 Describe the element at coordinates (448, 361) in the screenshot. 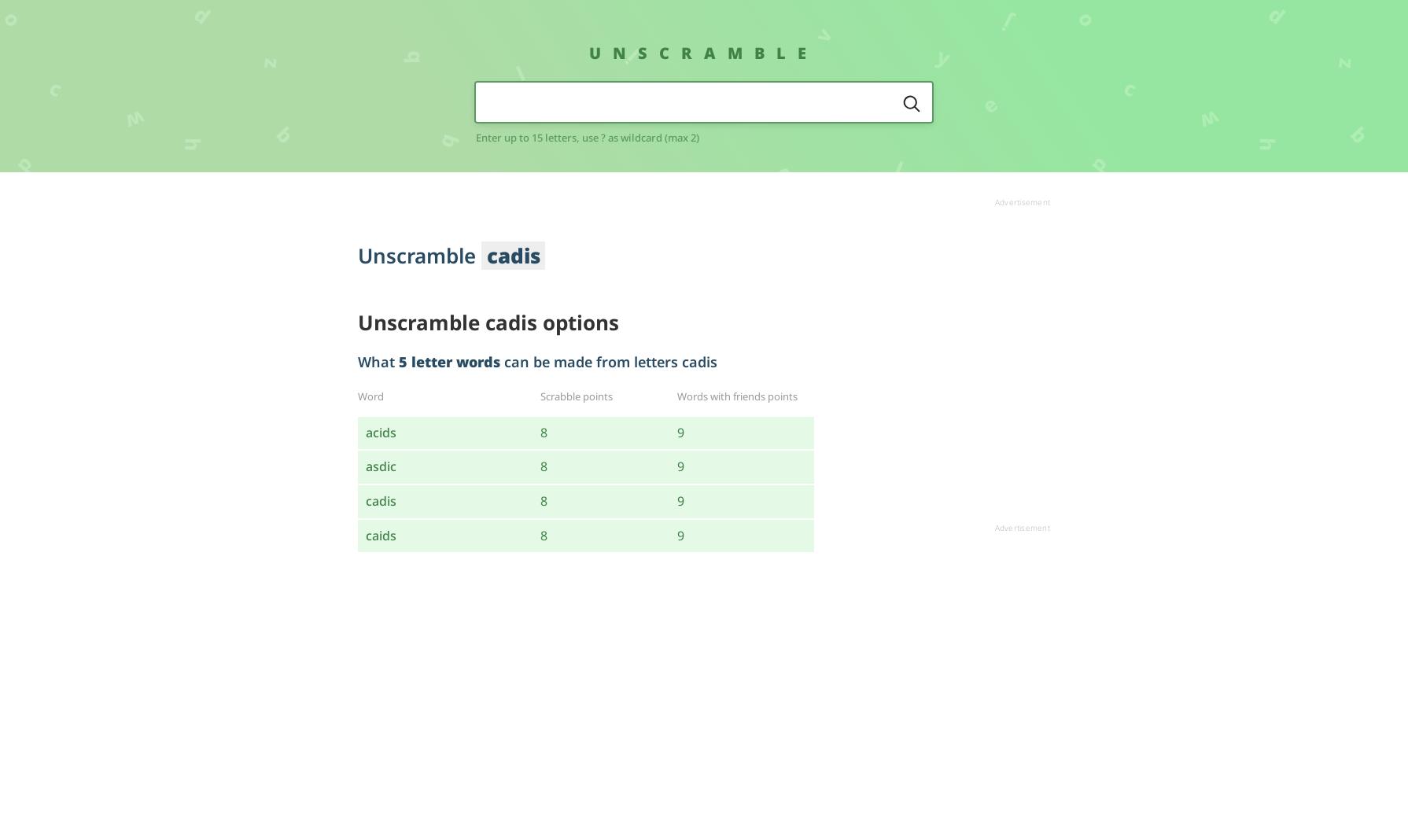

I see `'5 letter words'` at that location.